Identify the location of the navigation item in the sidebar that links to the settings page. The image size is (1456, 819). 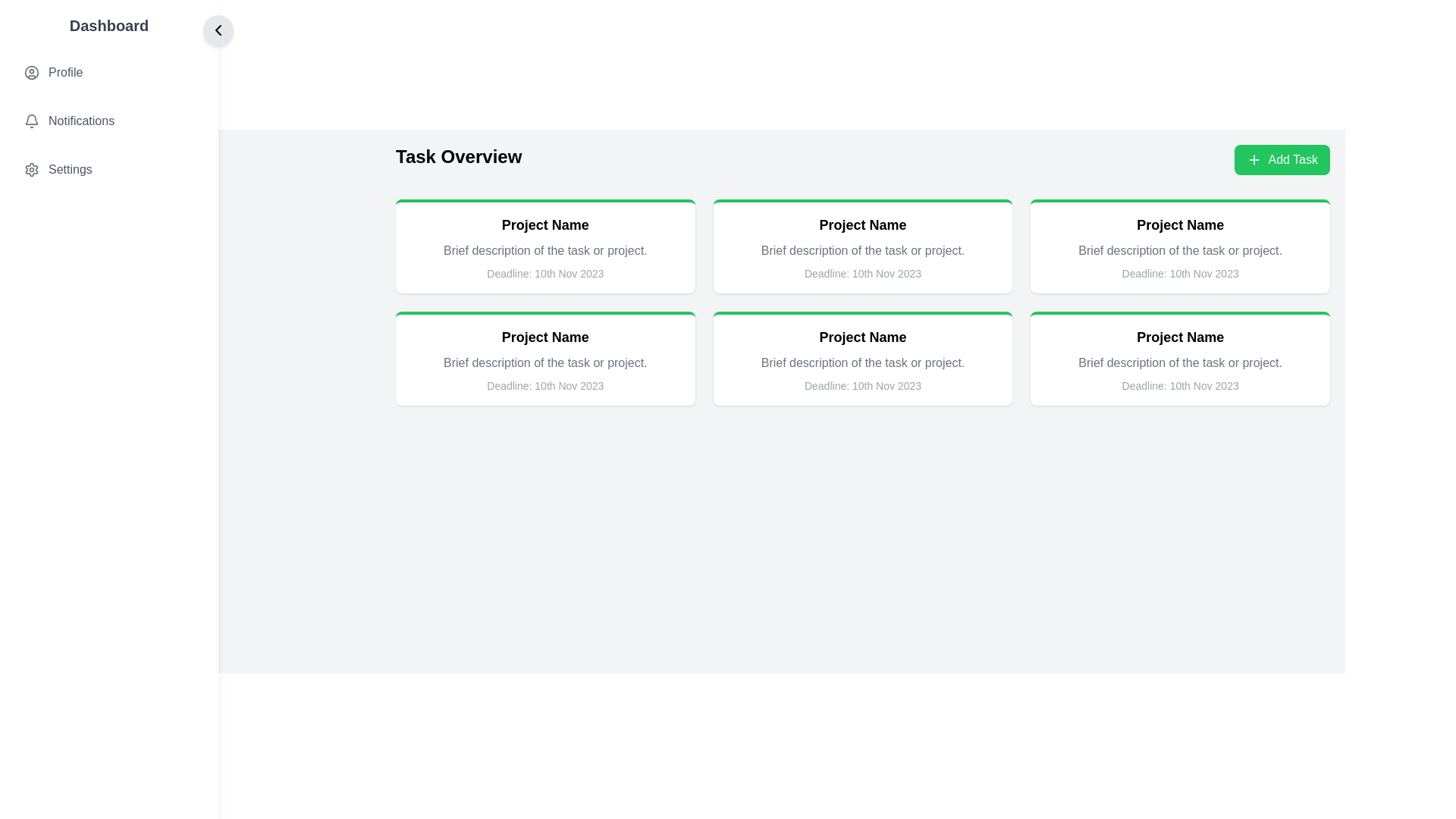
(108, 169).